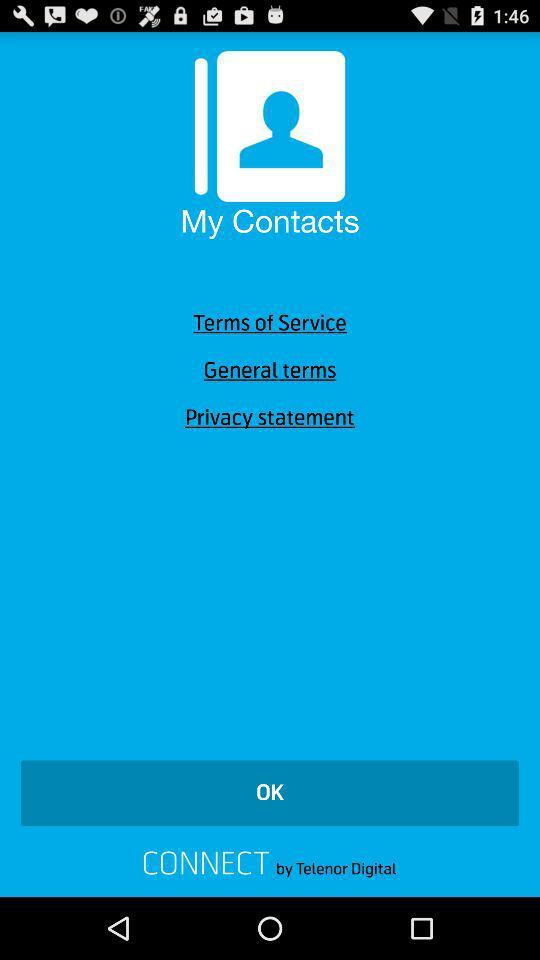 Image resolution: width=540 pixels, height=960 pixels. What do you see at coordinates (270, 416) in the screenshot?
I see `the icon above ok icon` at bounding box center [270, 416].